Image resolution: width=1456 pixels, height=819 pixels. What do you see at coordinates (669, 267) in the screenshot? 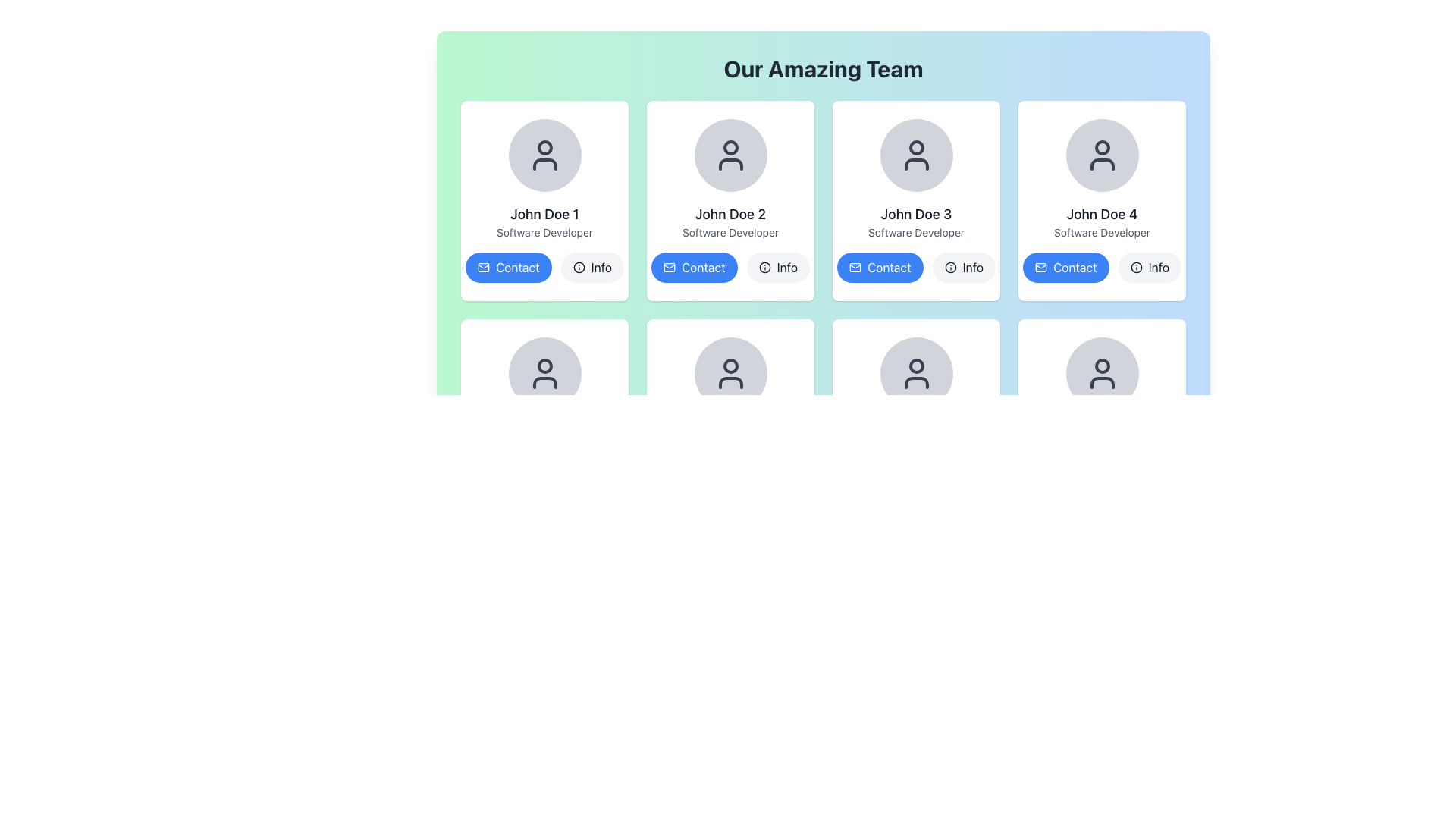
I see `the envelope icon located on the left side of the 'Contact' button in the profile card grid` at bounding box center [669, 267].